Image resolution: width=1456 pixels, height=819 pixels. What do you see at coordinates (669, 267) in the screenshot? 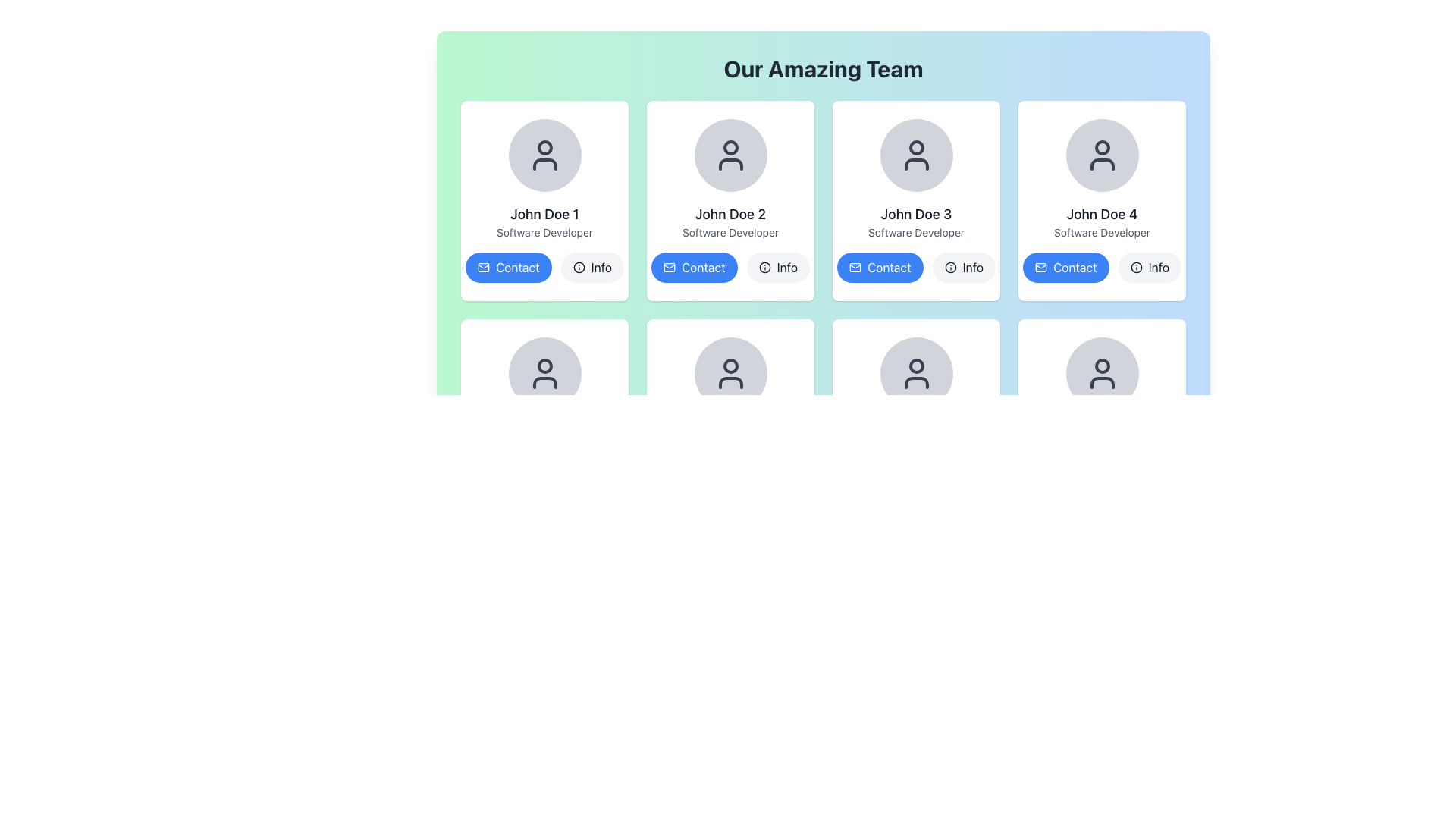
I see `the envelope icon located on the left side of the 'Contact' button in the profile card grid` at bounding box center [669, 267].